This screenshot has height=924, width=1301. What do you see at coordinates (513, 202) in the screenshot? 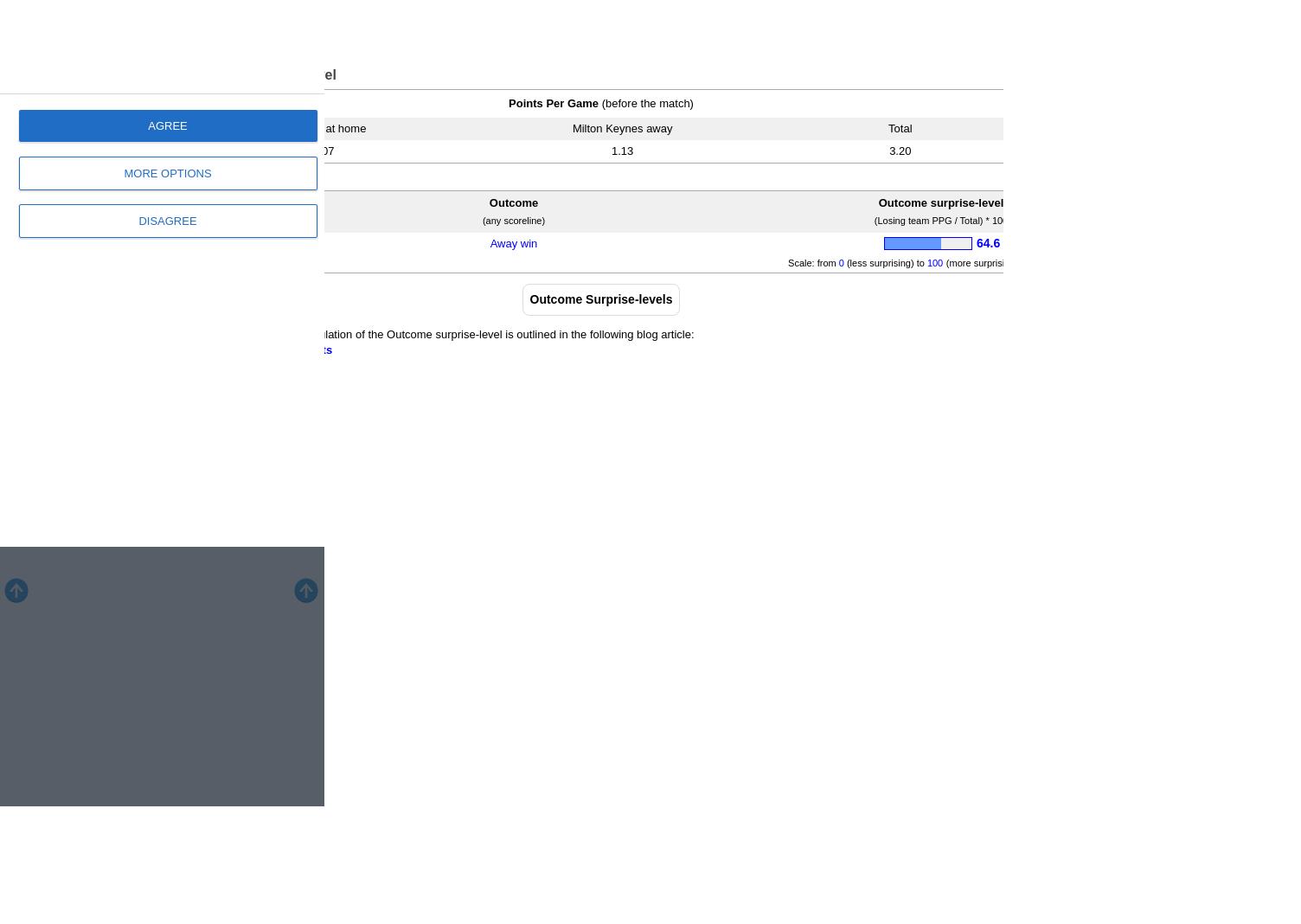
I see `'Outcome'` at bounding box center [513, 202].